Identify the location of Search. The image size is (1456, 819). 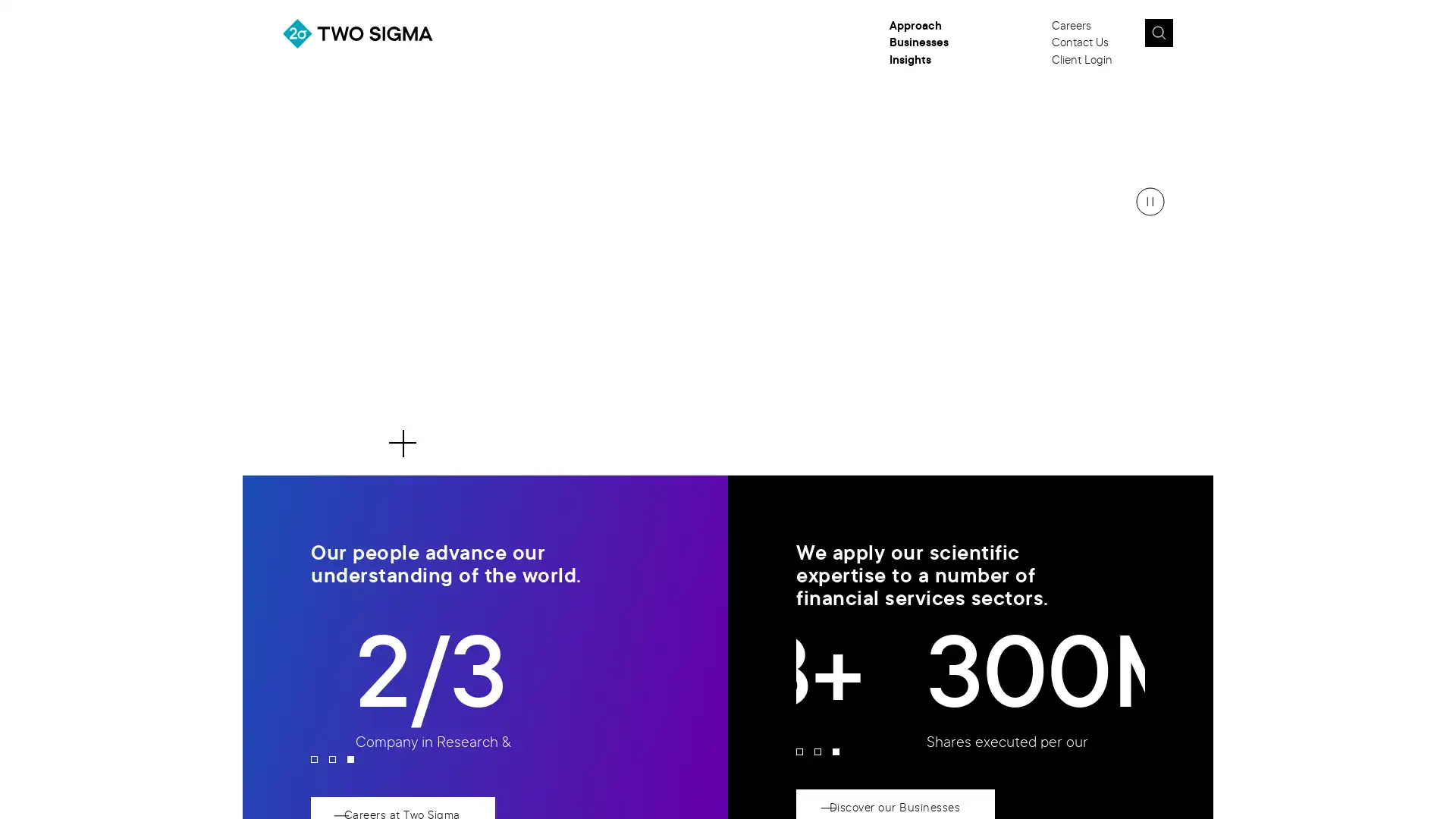
(1193, 37).